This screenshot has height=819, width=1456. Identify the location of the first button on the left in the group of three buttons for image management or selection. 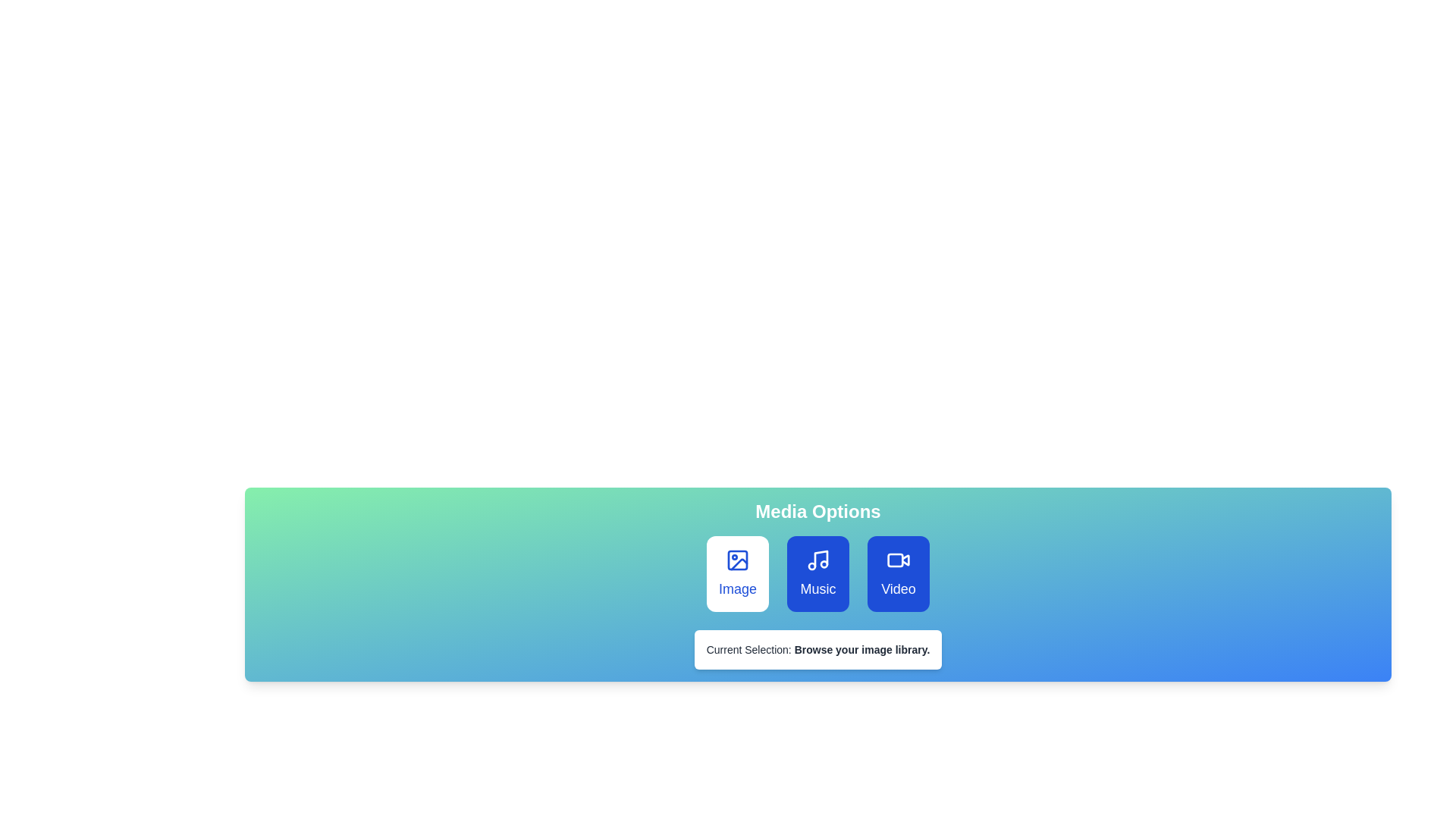
(738, 573).